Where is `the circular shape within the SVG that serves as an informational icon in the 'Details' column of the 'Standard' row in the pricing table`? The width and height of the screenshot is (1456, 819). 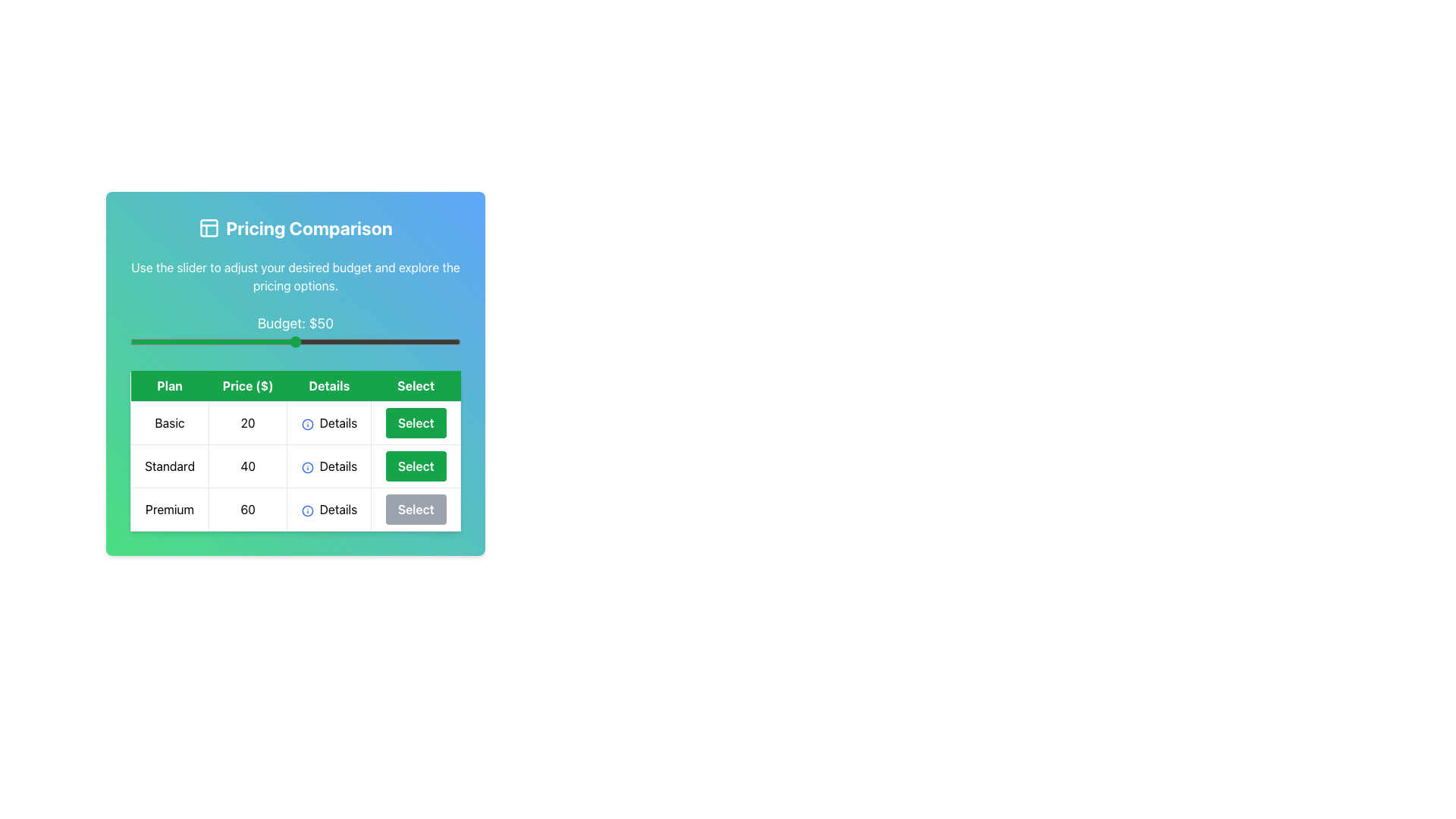
the circular shape within the SVG that serves as an informational icon in the 'Details' column of the 'Standard' row in the pricing table is located at coordinates (306, 466).